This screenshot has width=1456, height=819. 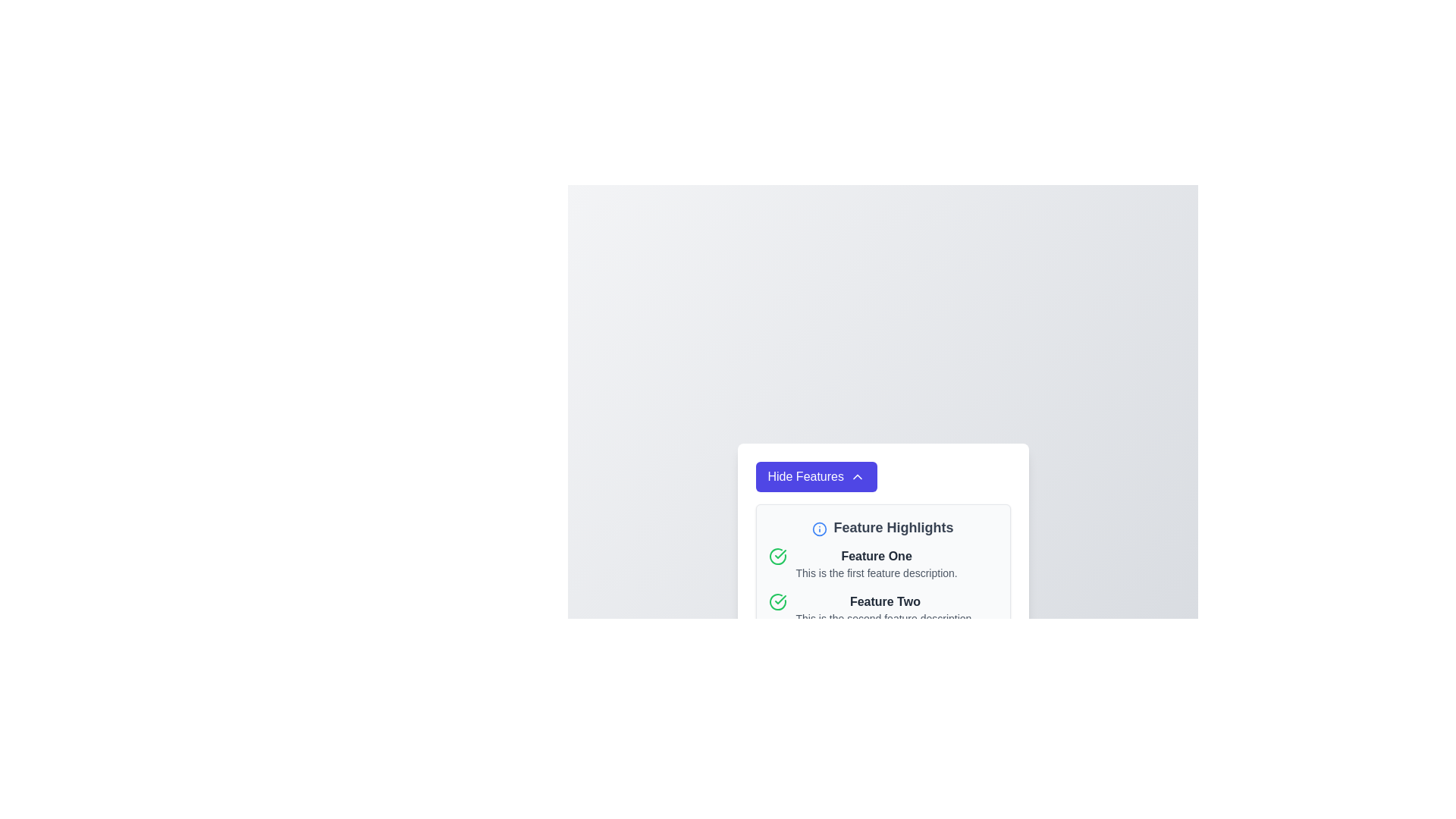 I want to click on the 'Feature Two' text label, which displays in a bold dark gray font on a light background, located in the second position under the 'Feature Highlights' list, so click(x=885, y=601).